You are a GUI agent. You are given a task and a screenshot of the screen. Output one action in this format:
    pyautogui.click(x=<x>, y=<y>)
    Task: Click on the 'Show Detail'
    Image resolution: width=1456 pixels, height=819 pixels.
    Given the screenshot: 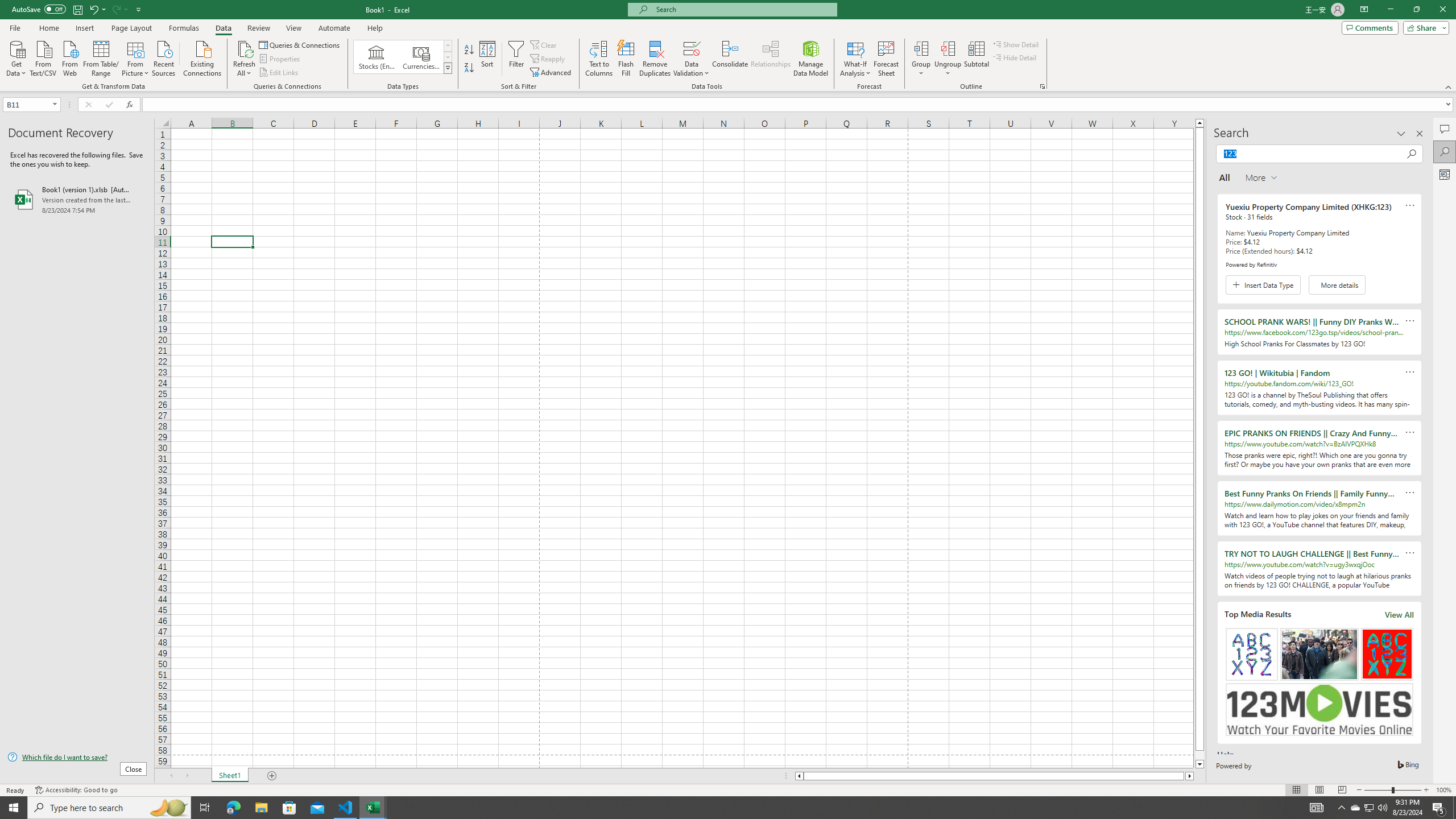 What is the action you would take?
    pyautogui.click(x=1015, y=44)
    